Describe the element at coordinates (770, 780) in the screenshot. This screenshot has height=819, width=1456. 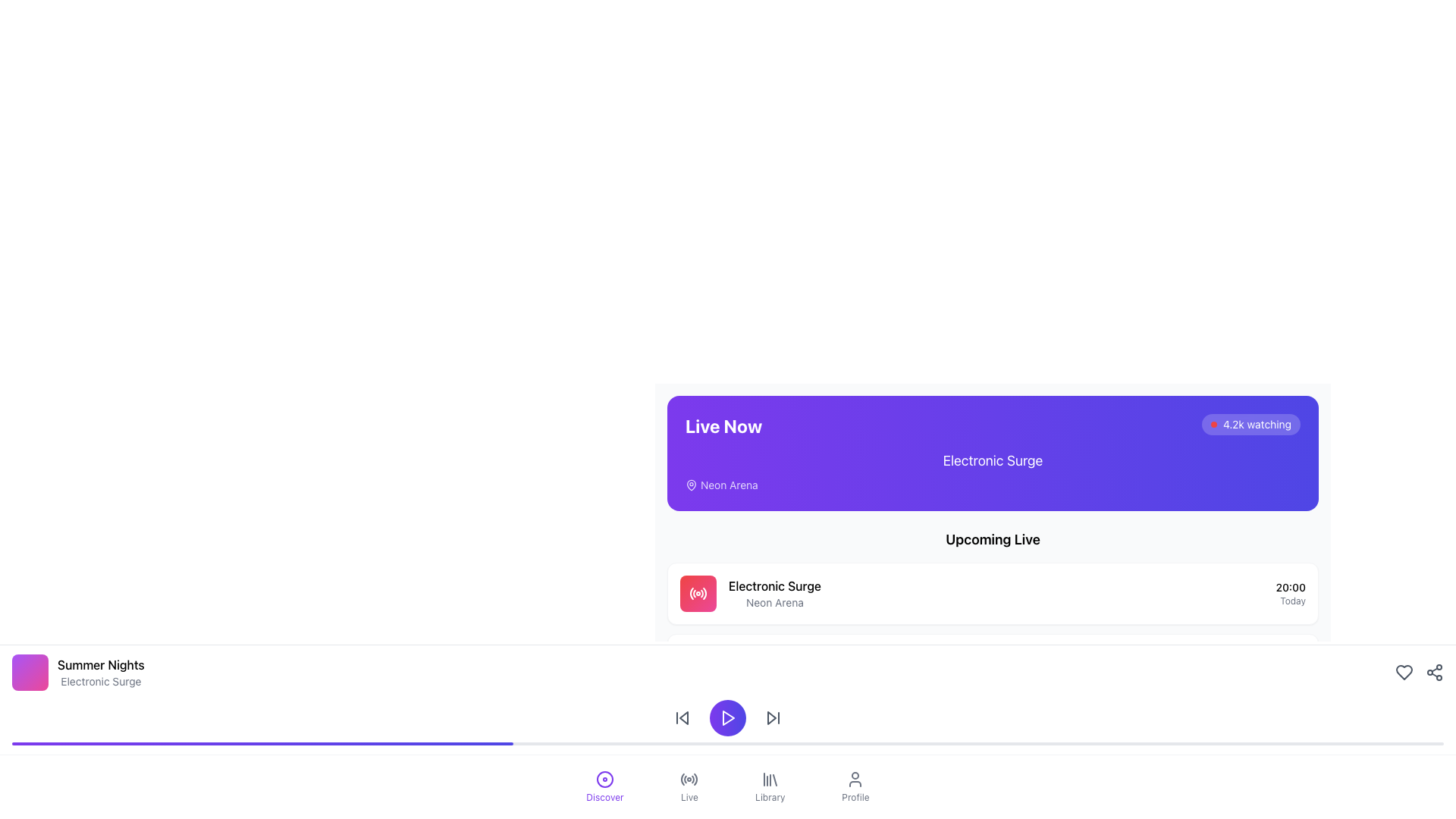
I see `the 'Library' icon in the bottom navigation bar` at that location.